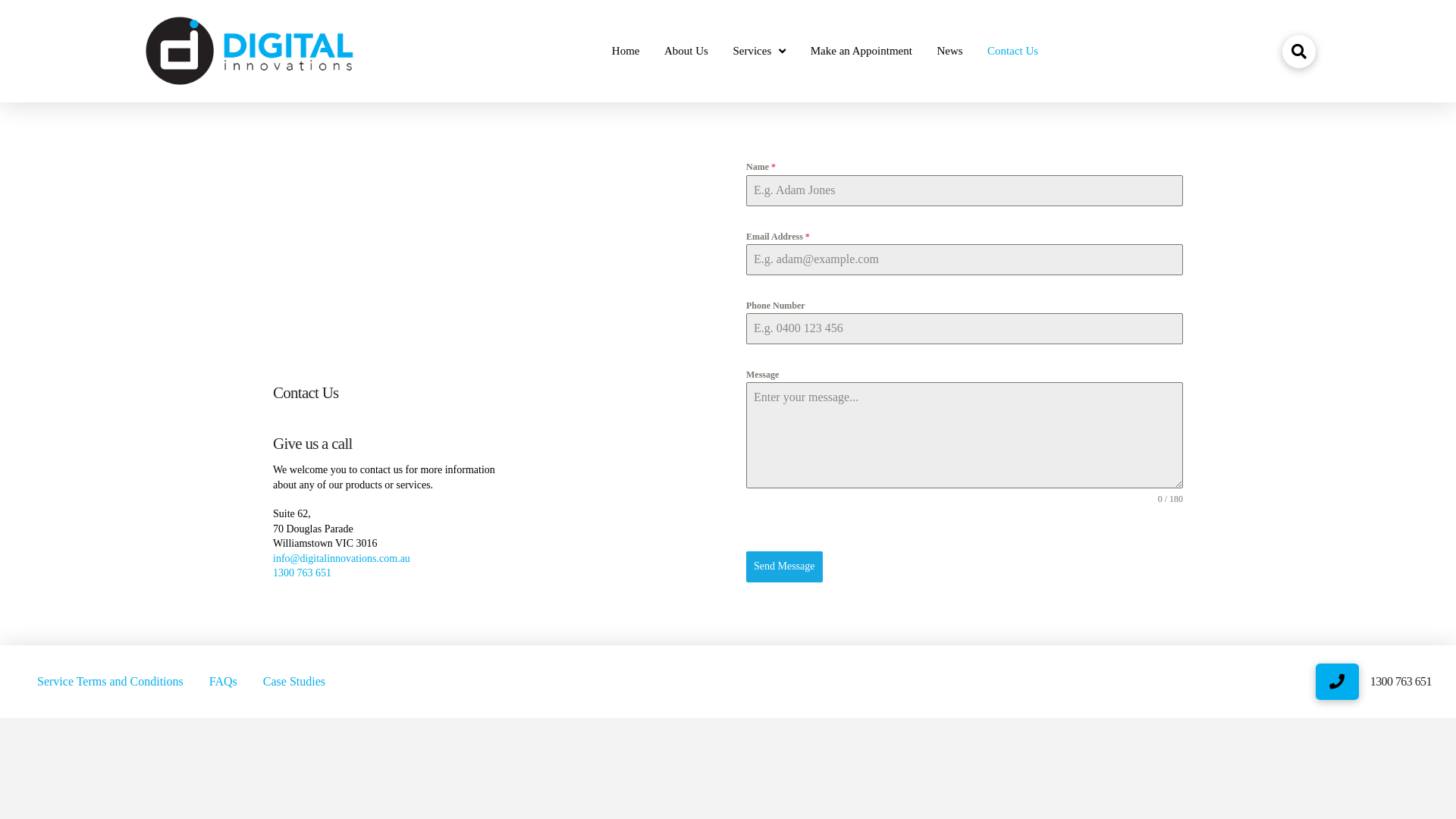 Image resolution: width=1456 pixels, height=819 pixels. What do you see at coordinates (861, 51) in the screenshot?
I see `'Make an Appointment'` at bounding box center [861, 51].